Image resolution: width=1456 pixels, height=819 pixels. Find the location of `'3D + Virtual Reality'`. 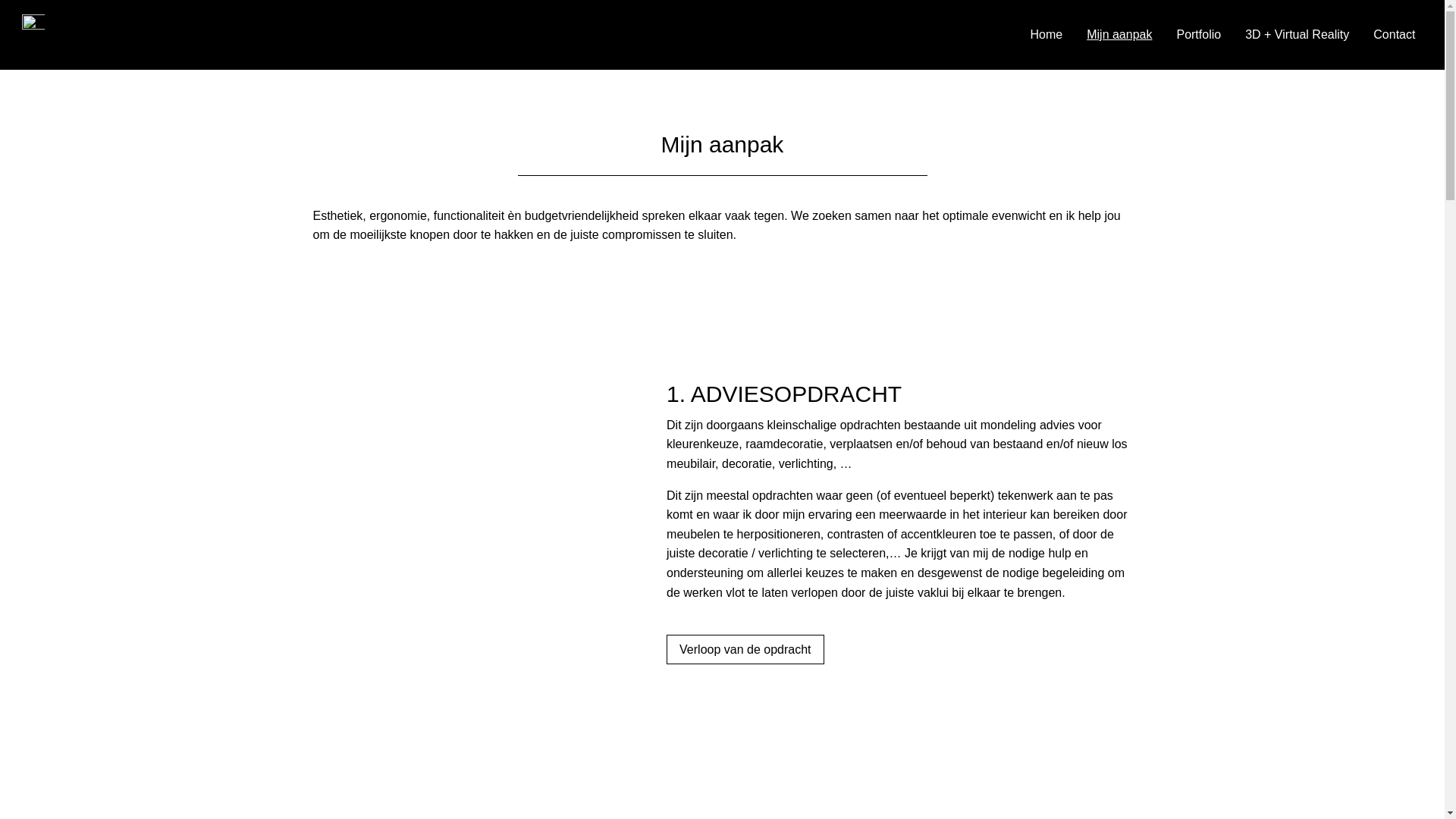

'3D + Virtual Reality' is located at coordinates (1244, 34).